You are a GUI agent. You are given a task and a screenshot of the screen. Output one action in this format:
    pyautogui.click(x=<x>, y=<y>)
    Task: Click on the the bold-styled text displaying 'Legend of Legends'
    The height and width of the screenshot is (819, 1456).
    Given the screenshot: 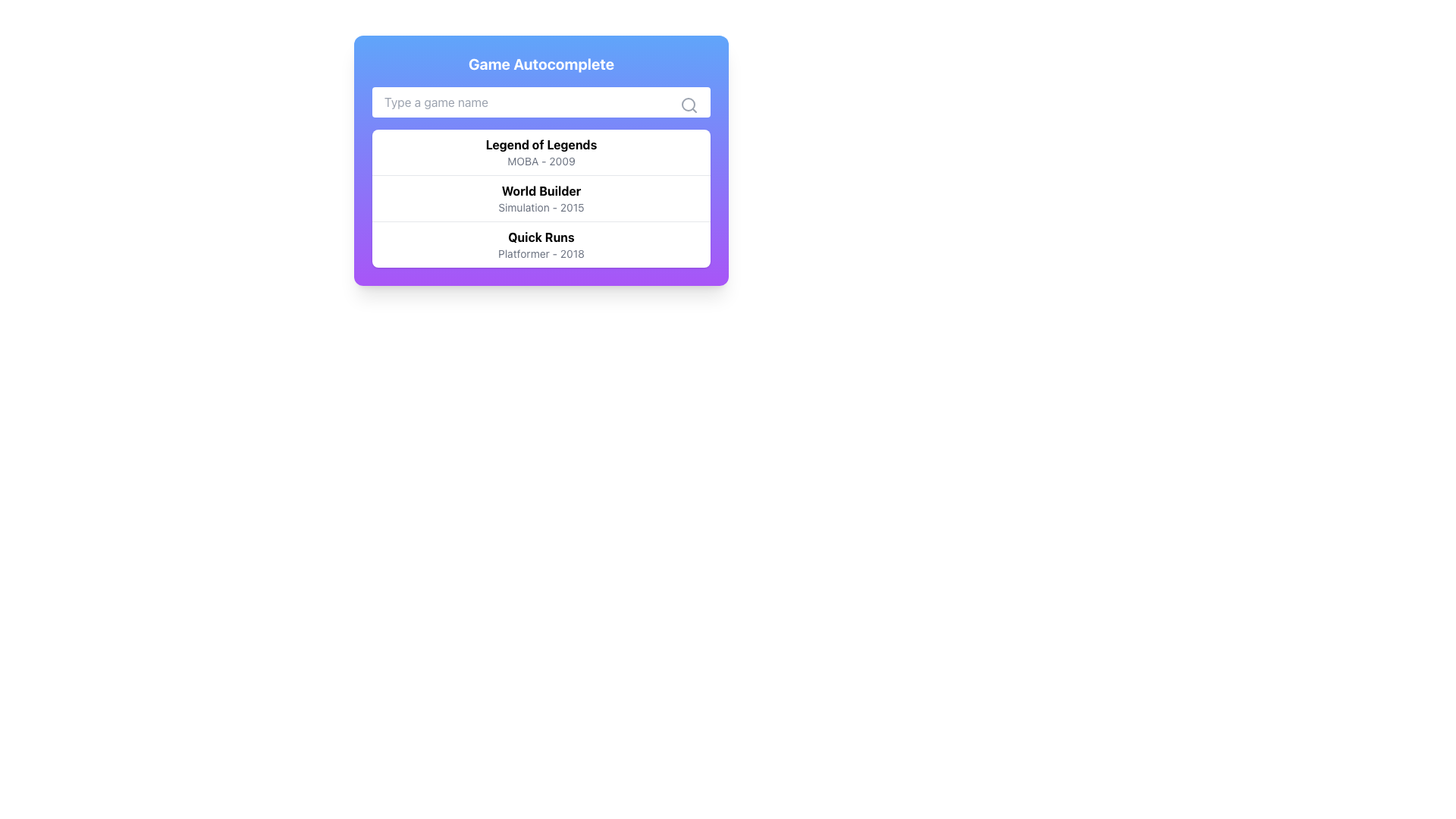 What is the action you would take?
    pyautogui.click(x=541, y=145)
    